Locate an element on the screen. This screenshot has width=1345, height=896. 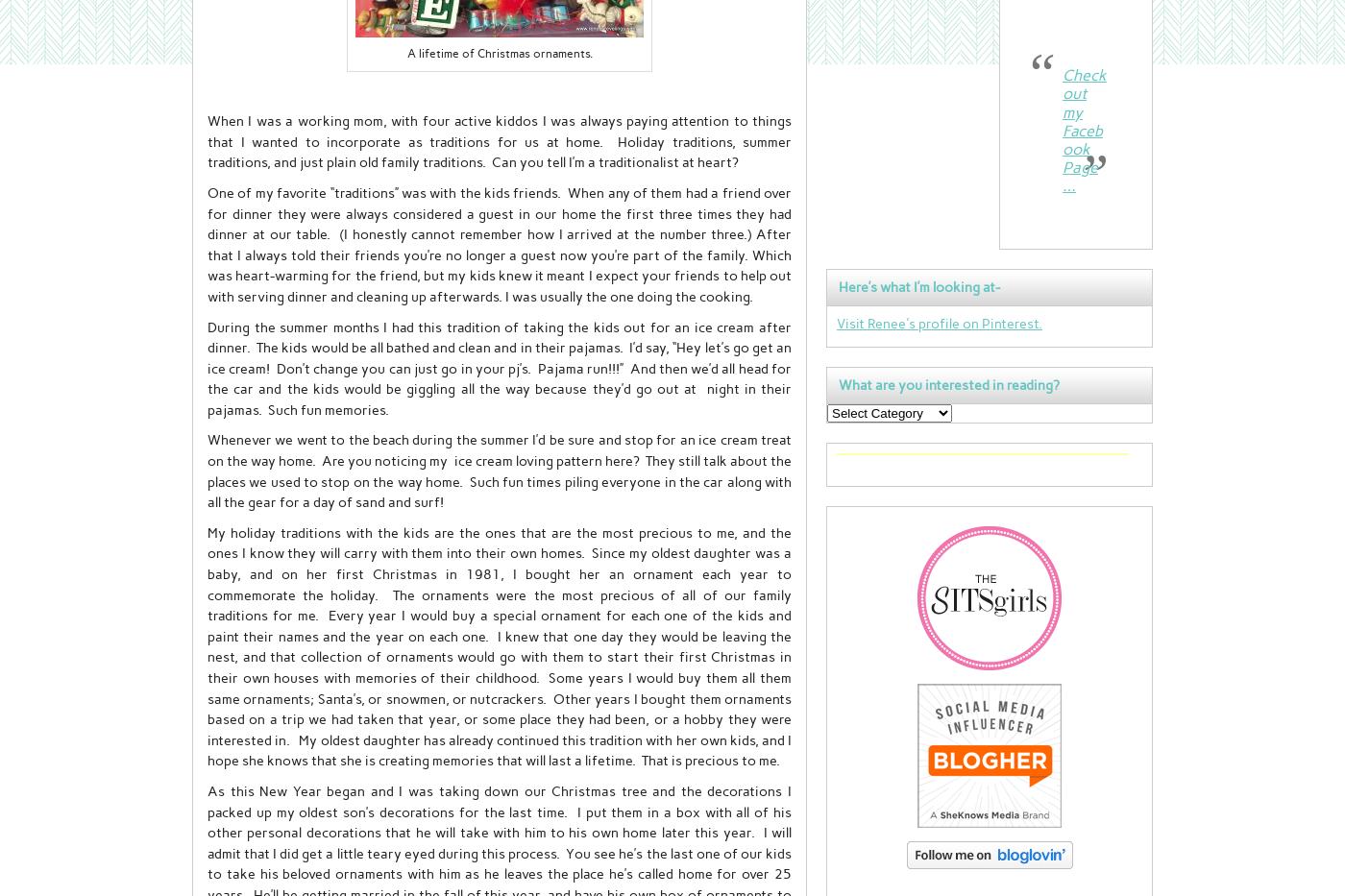
'Check out my Facebook Page…' is located at coordinates (1084, 130).